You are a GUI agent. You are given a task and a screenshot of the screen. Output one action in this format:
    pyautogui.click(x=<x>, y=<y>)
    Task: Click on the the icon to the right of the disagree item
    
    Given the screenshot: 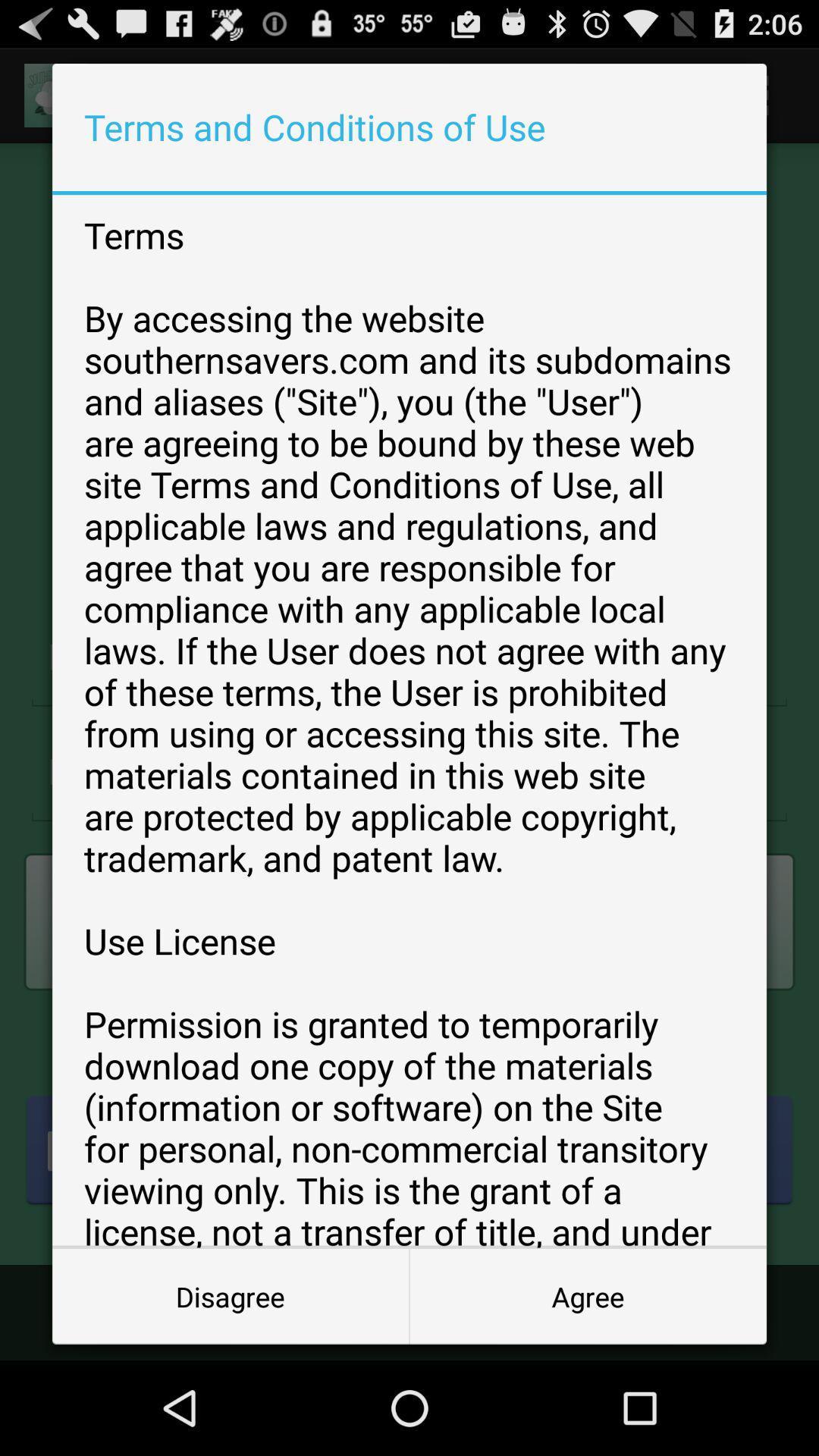 What is the action you would take?
    pyautogui.click(x=587, y=1295)
    